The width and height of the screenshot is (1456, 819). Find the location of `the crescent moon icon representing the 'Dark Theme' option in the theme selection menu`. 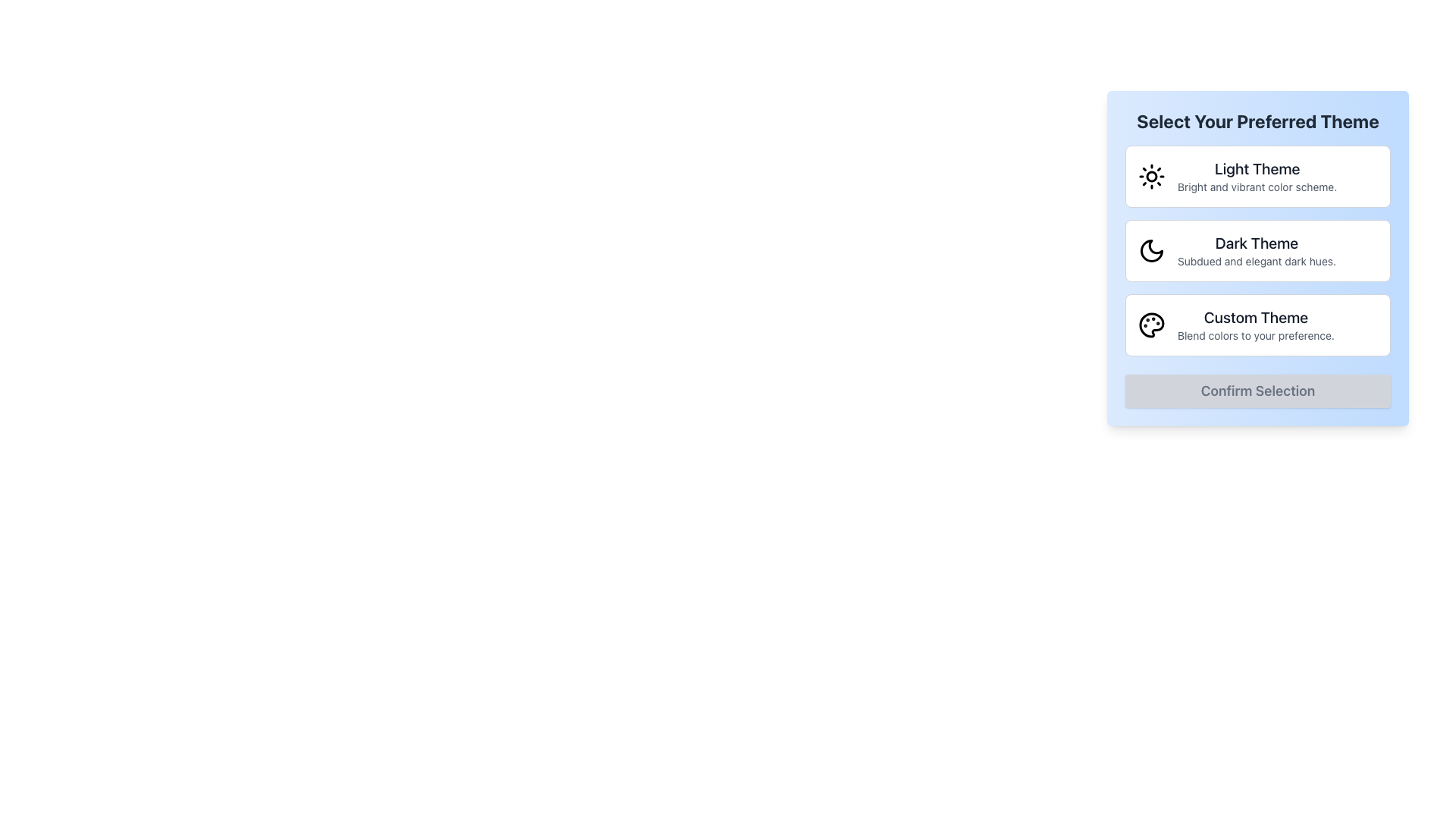

the crescent moon icon representing the 'Dark Theme' option in the theme selection menu is located at coordinates (1151, 250).